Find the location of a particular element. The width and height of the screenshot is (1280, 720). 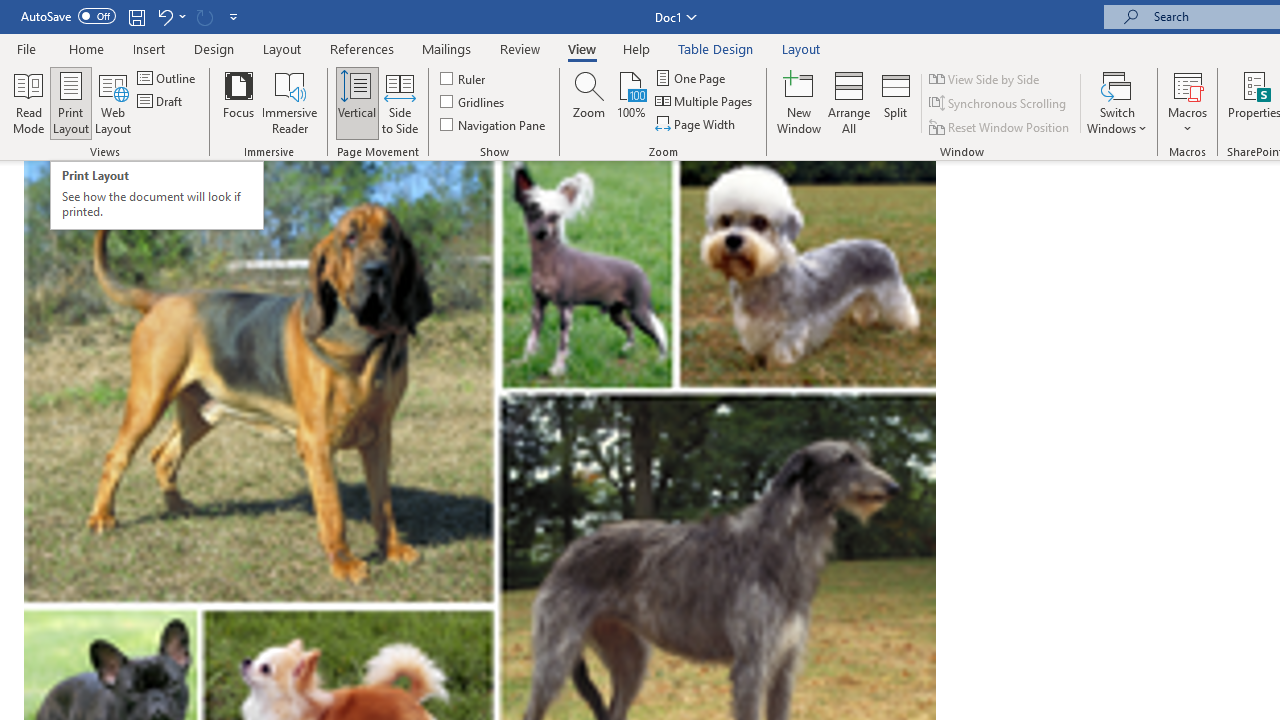

'Outline' is located at coordinates (168, 77).